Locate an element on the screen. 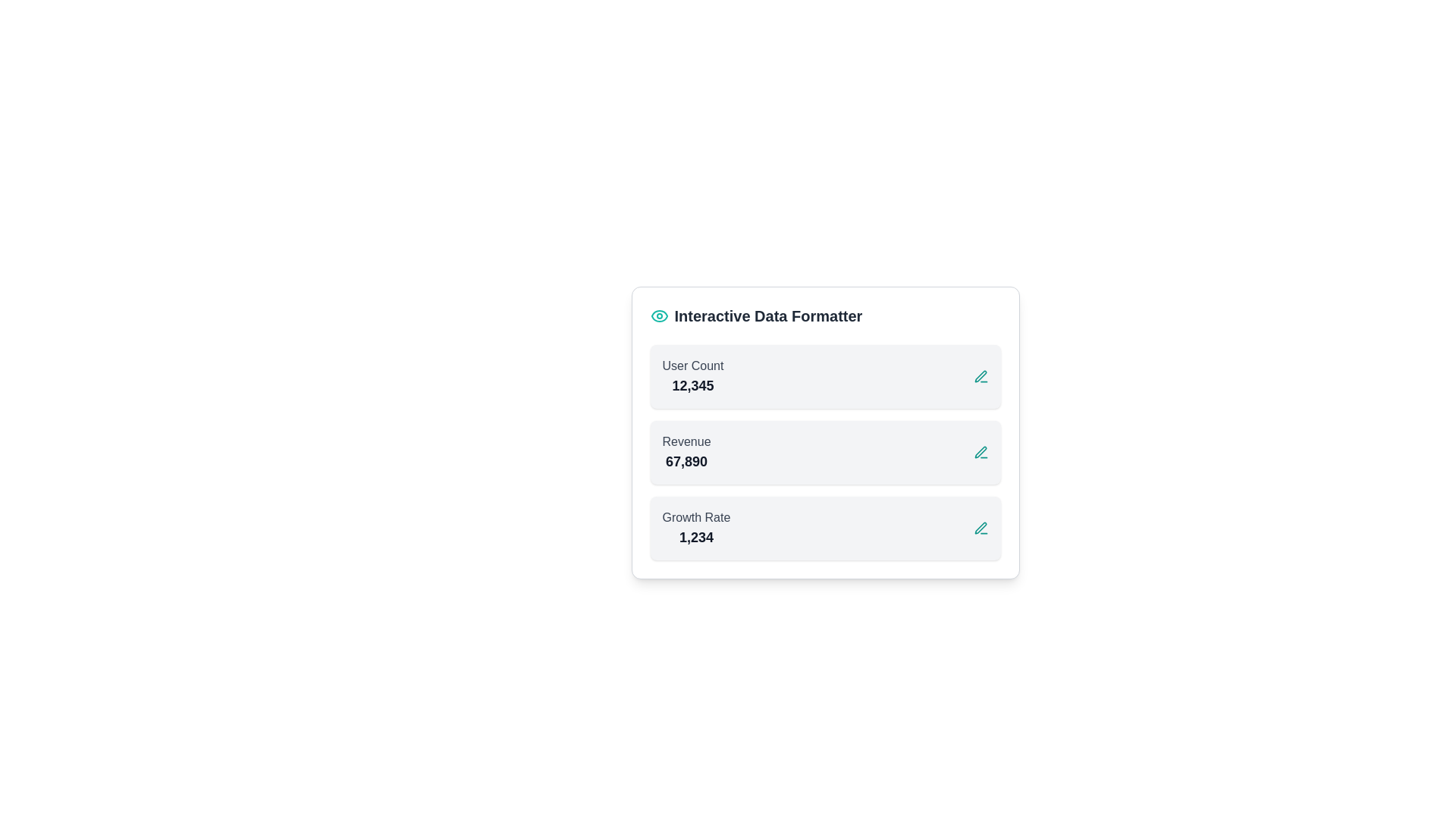 The width and height of the screenshot is (1456, 819). the text label that serves as a heading or title for the section, located above the data rows in the card layout is located at coordinates (768, 315).